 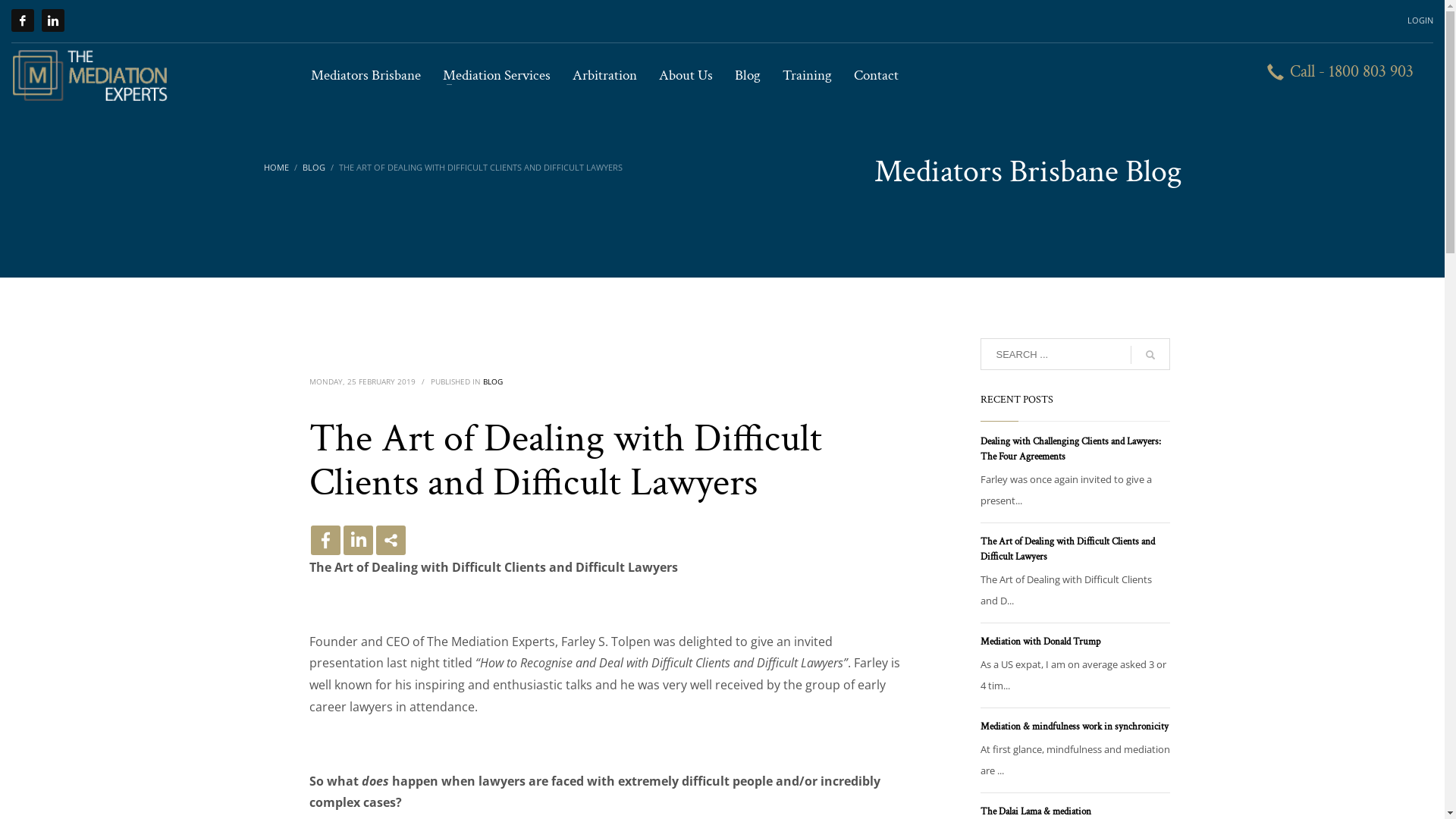 I want to click on 'Call - 1800 803 903', so click(x=1340, y=75).